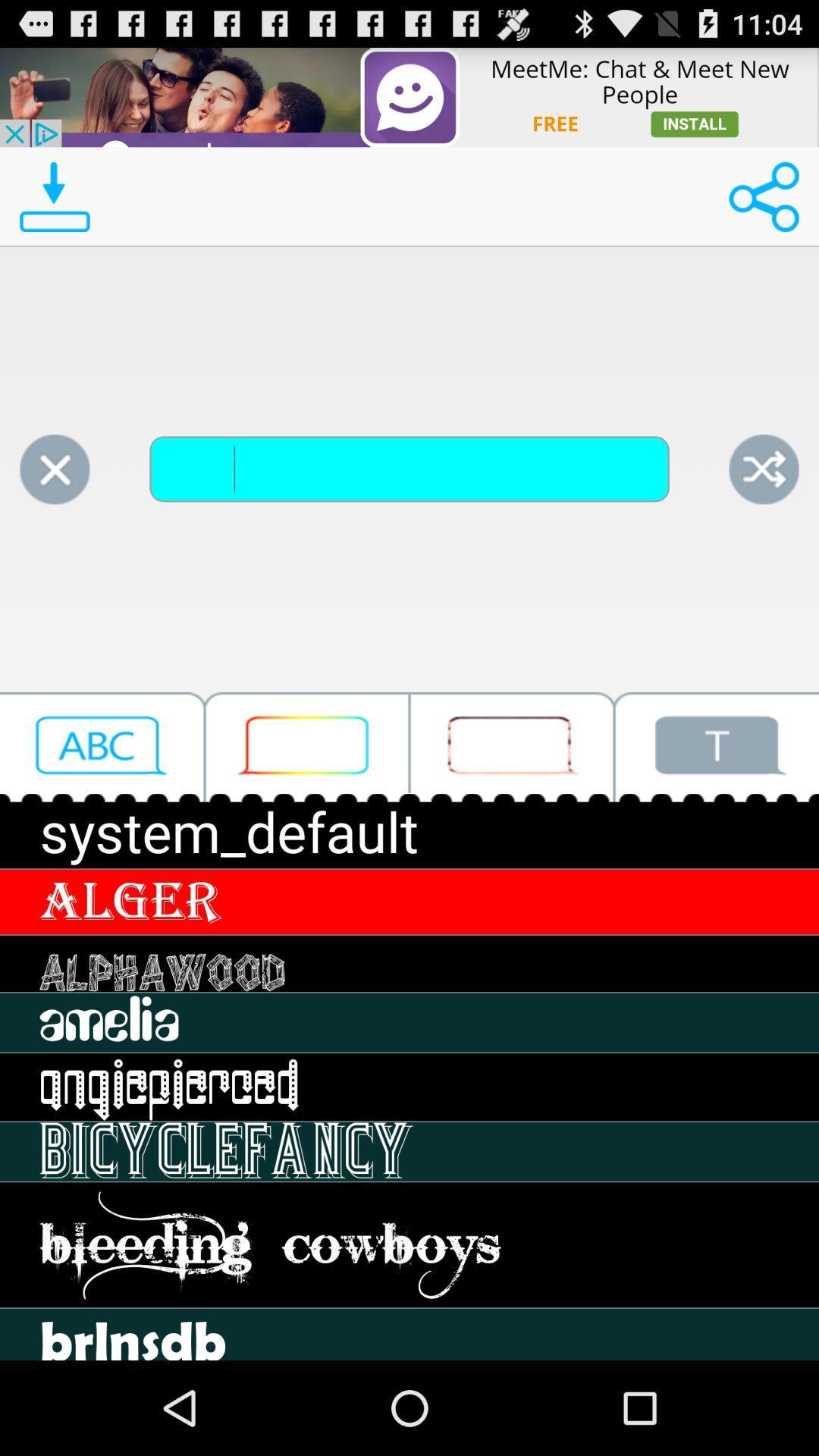 The width and height of the screenshot is (819, 1456). What do you see at coordinates (764, 469) in the screenshot?
I see `share the article` at bounding box center [764, 469].